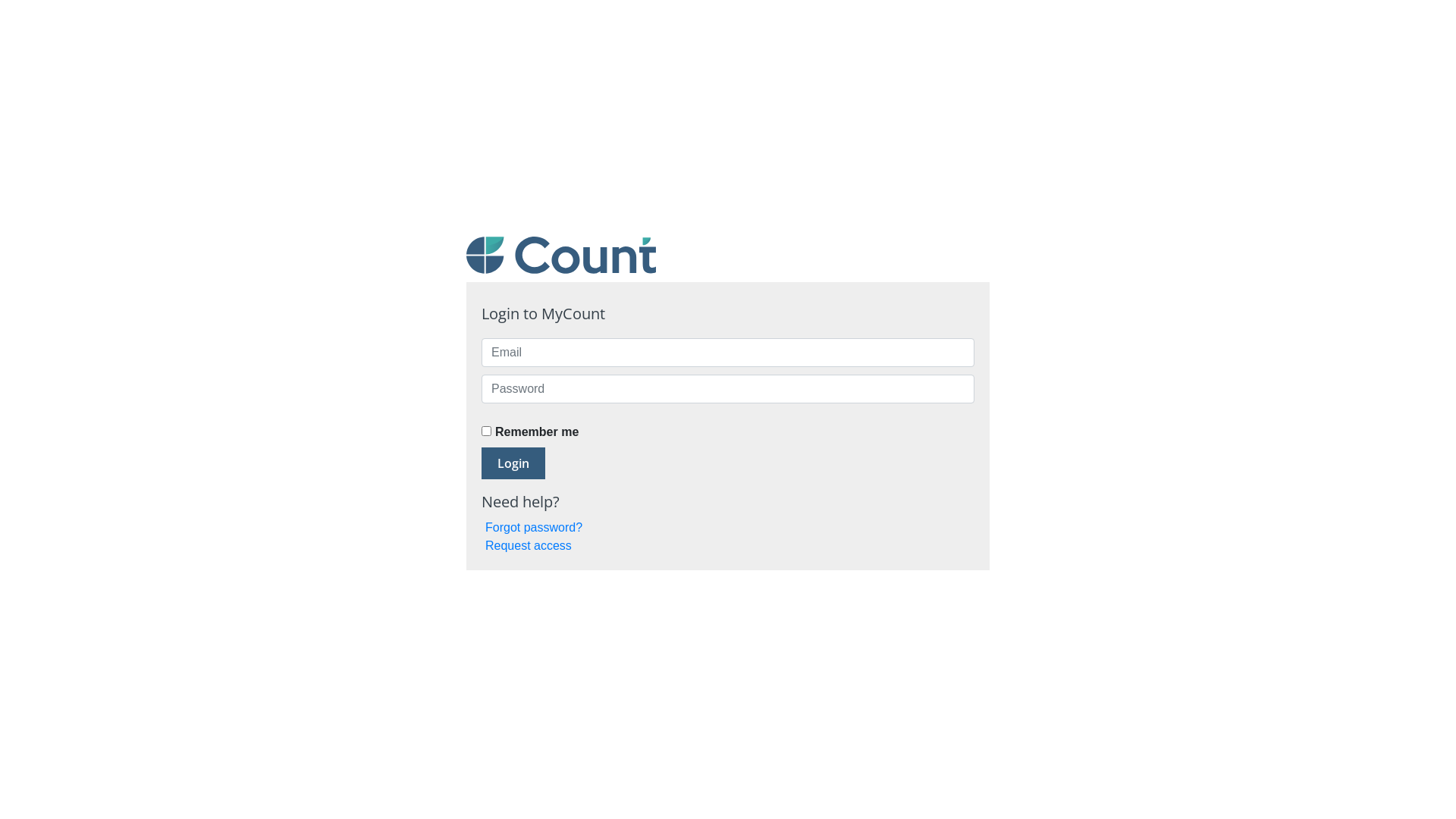 This screenshot has height=819, width=1456. What do you see at coordinates (528, 544) in the screenshot?
I see `'Request access'` at bounding box center [528, 544].